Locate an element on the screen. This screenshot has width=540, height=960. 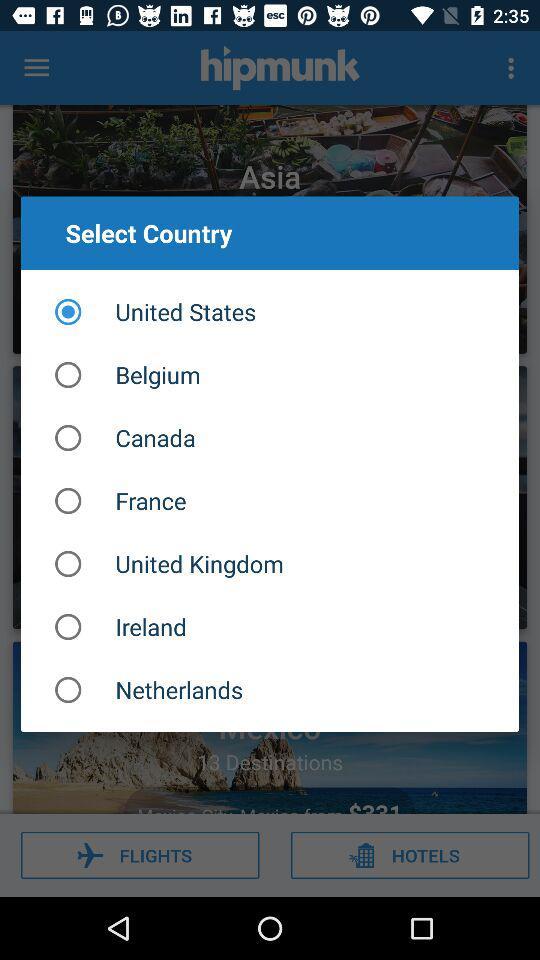
united states at the top is located at coordinates (270, 312).